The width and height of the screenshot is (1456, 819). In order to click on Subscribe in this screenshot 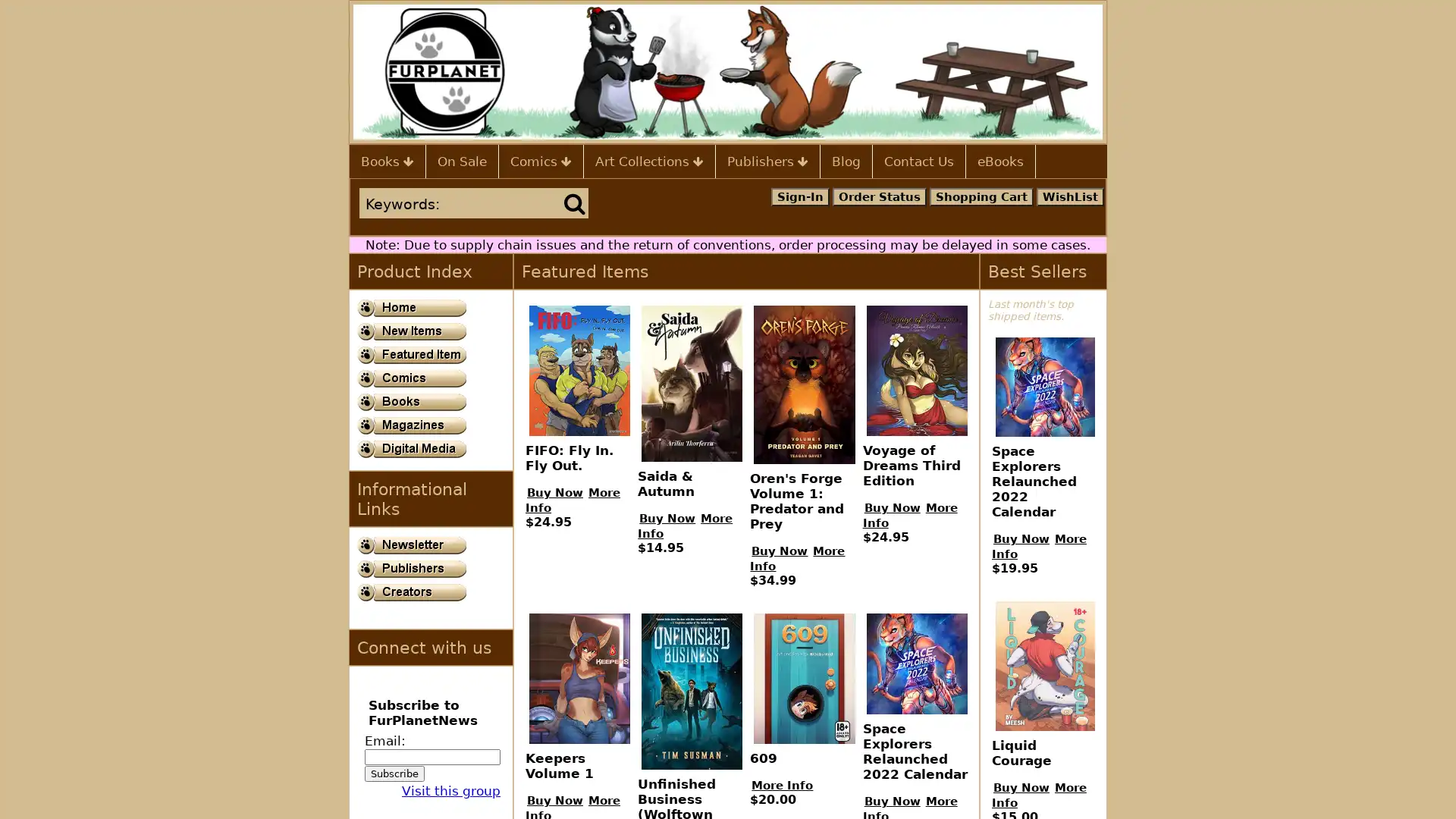, I will do `click(394, 773)`.